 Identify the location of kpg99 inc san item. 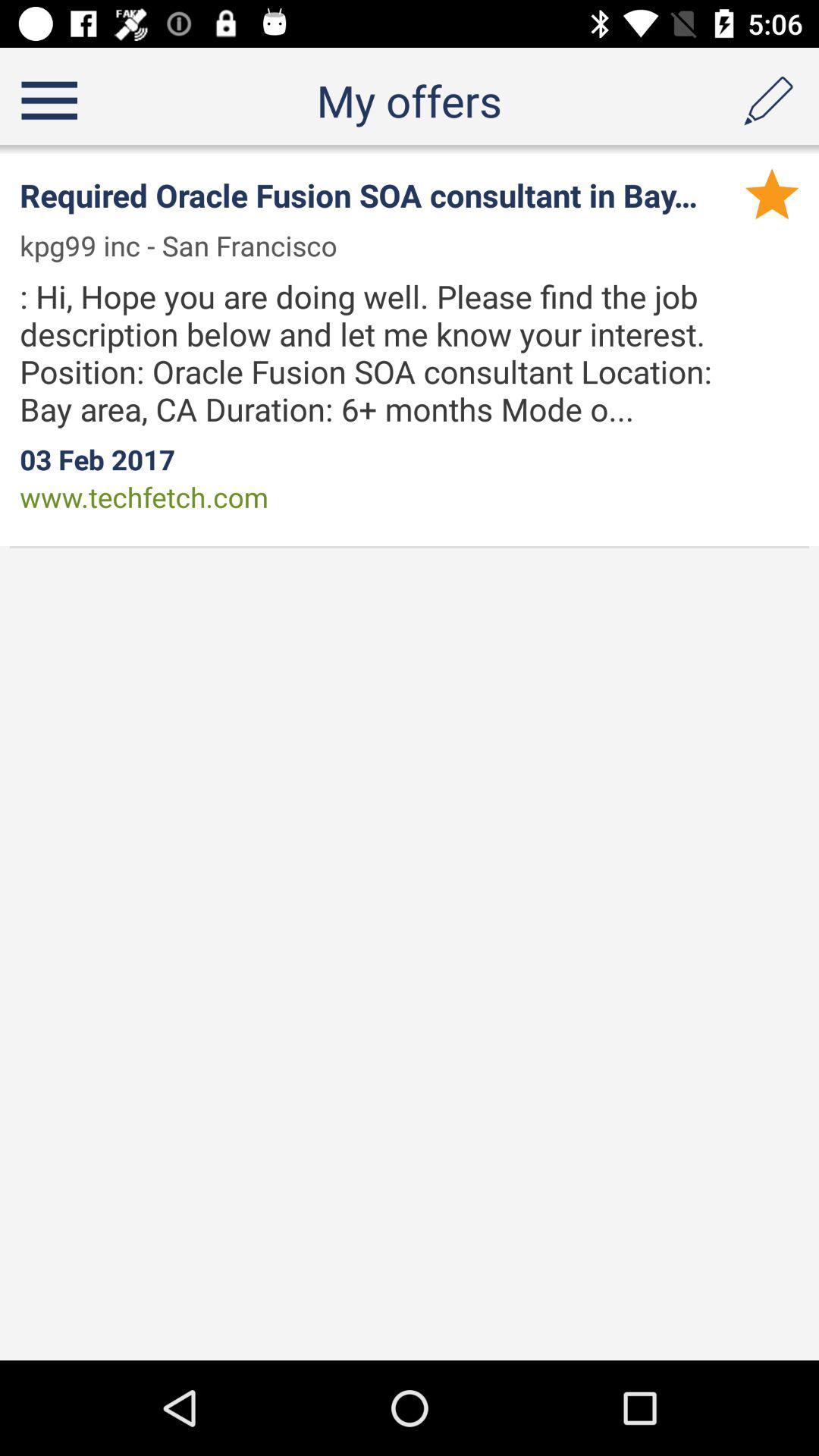
(187, 246).